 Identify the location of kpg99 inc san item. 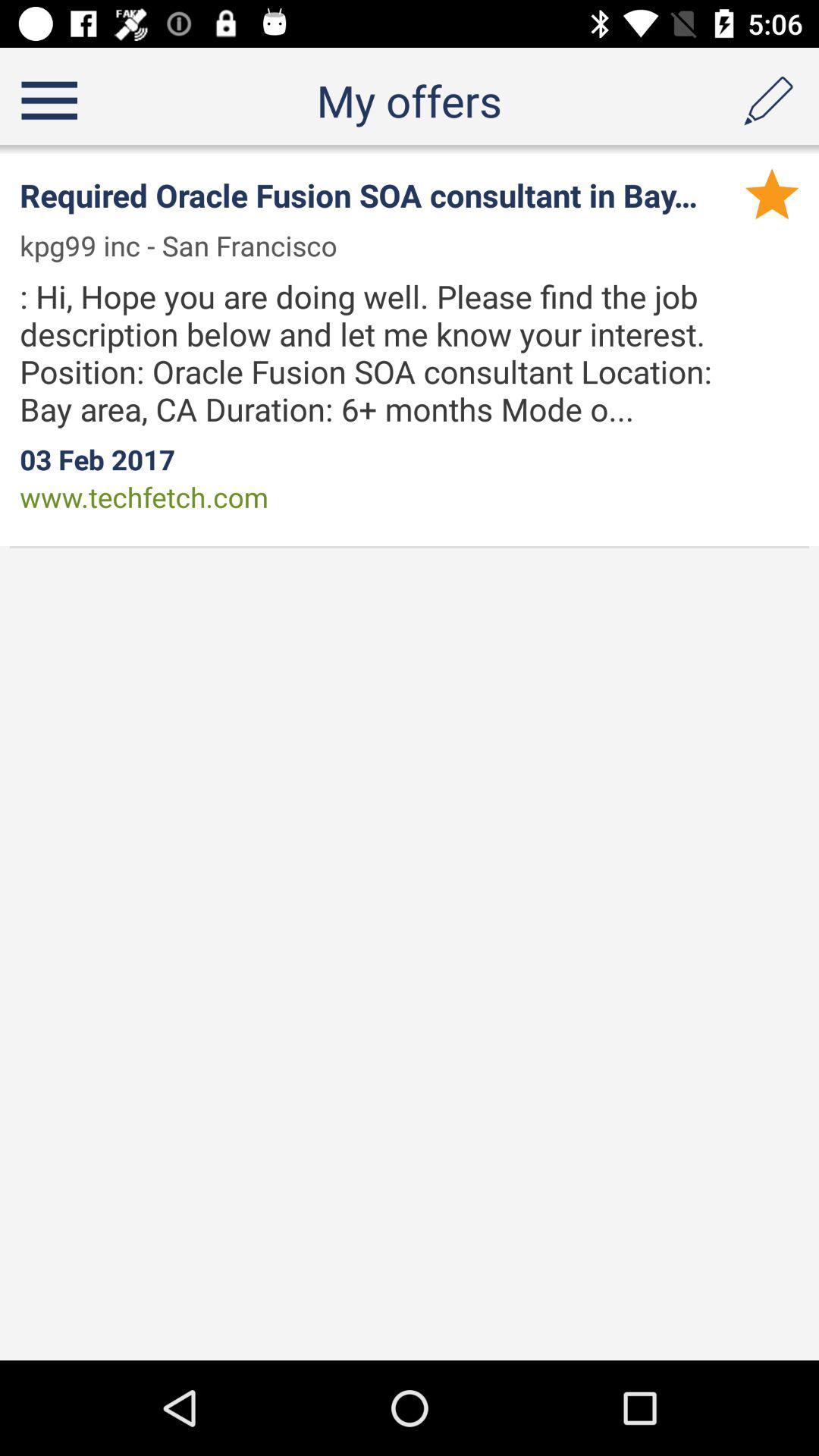
(187, 246).